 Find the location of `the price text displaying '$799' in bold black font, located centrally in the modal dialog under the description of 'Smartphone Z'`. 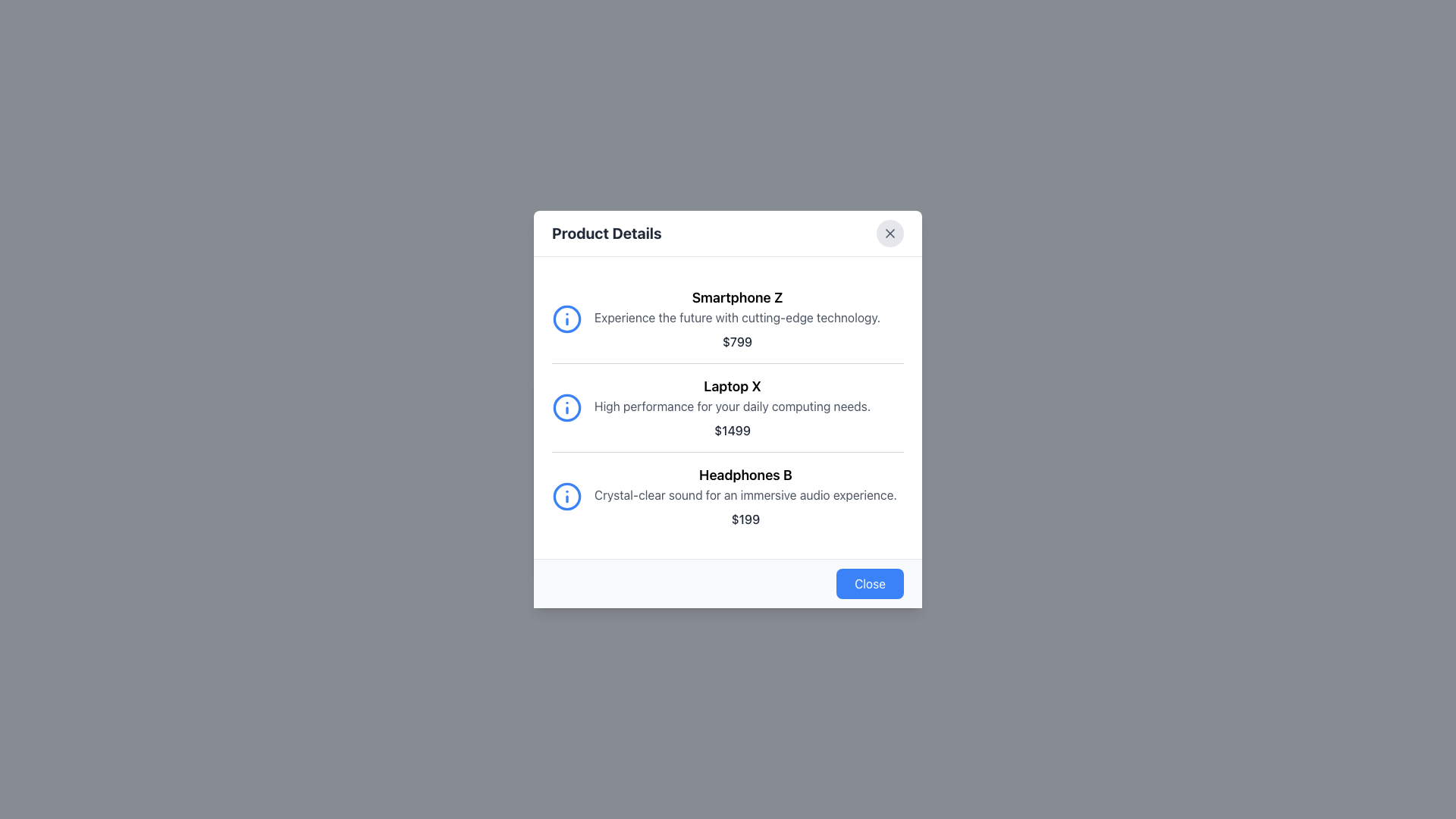

the price text displaying '$799' in bold black font, located centrally in the modal dialog under the description of 'Smartphone Z' is located at coordinates (737, 342).